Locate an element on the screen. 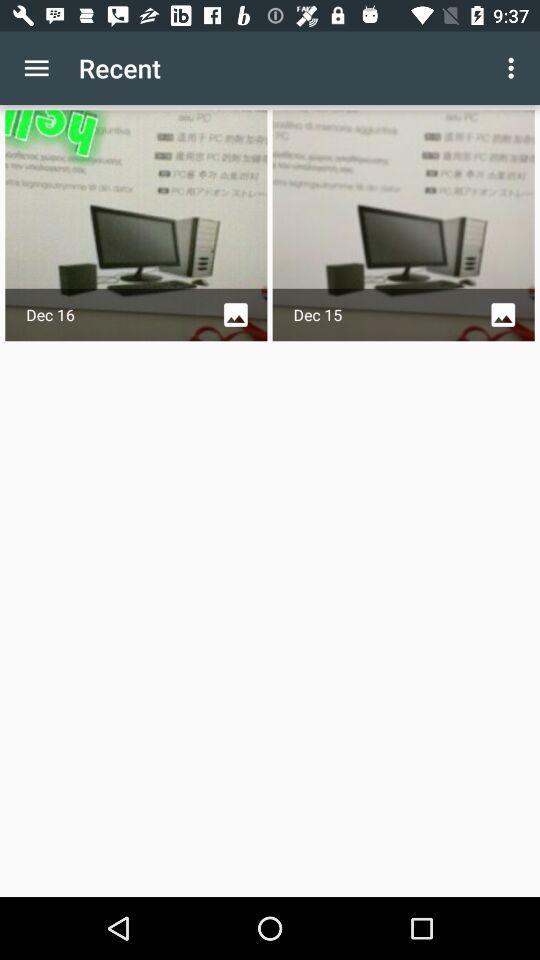 This screenshot has height=960, width=540. the icon next to recent item is located at coordinates (36, 68).